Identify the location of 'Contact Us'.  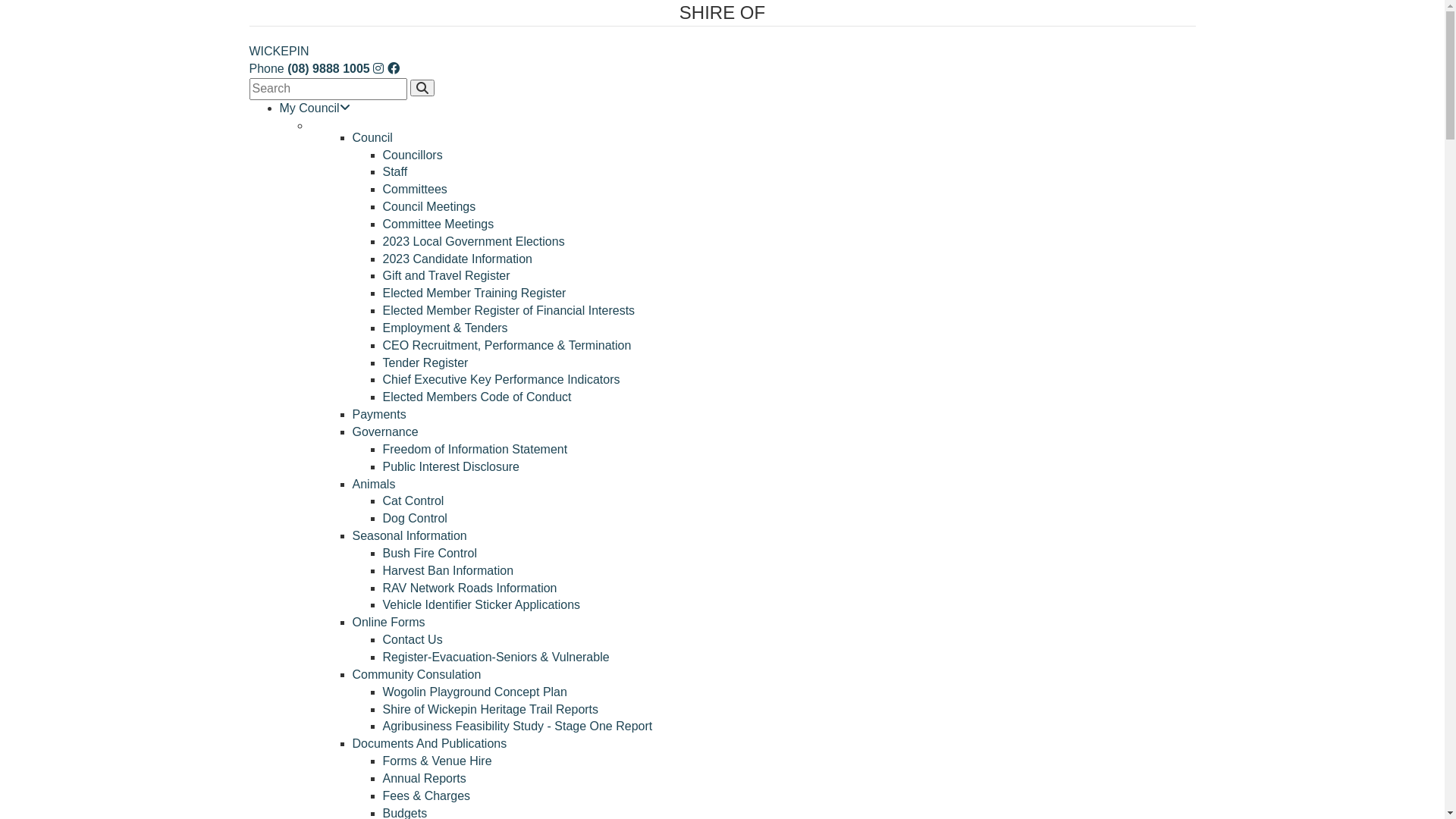
(382, 639).